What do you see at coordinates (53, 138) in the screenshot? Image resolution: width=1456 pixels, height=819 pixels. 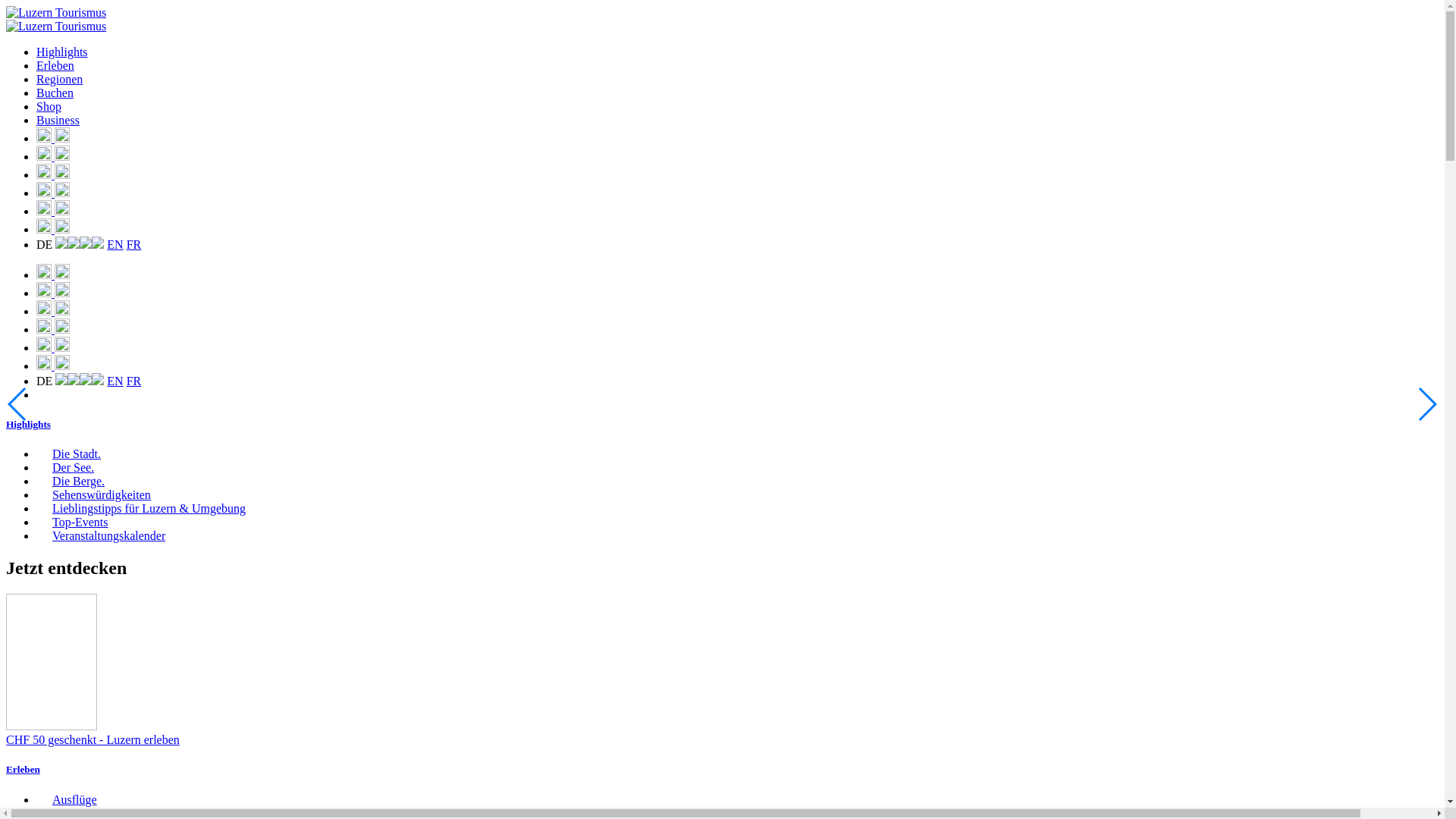 I see `'Erlebniskarte'` at bounding box center [53, 138].